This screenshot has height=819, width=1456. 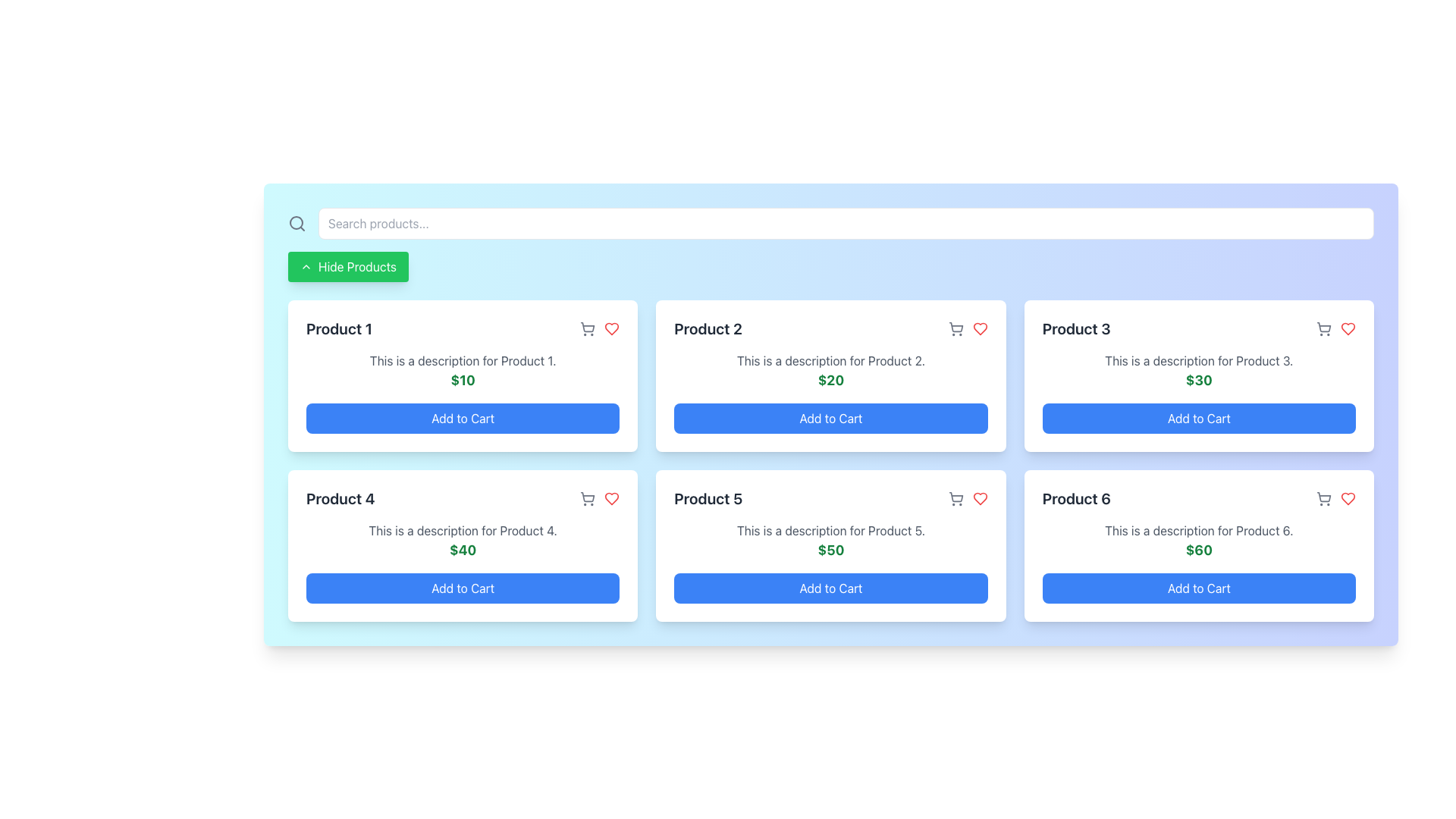 What do you see at coordinates (955, 328) in the screenshot?
I see `the shopping cart icon located in the top-right corner of the card for 'Product 2'` at bounding box center [955, 328].